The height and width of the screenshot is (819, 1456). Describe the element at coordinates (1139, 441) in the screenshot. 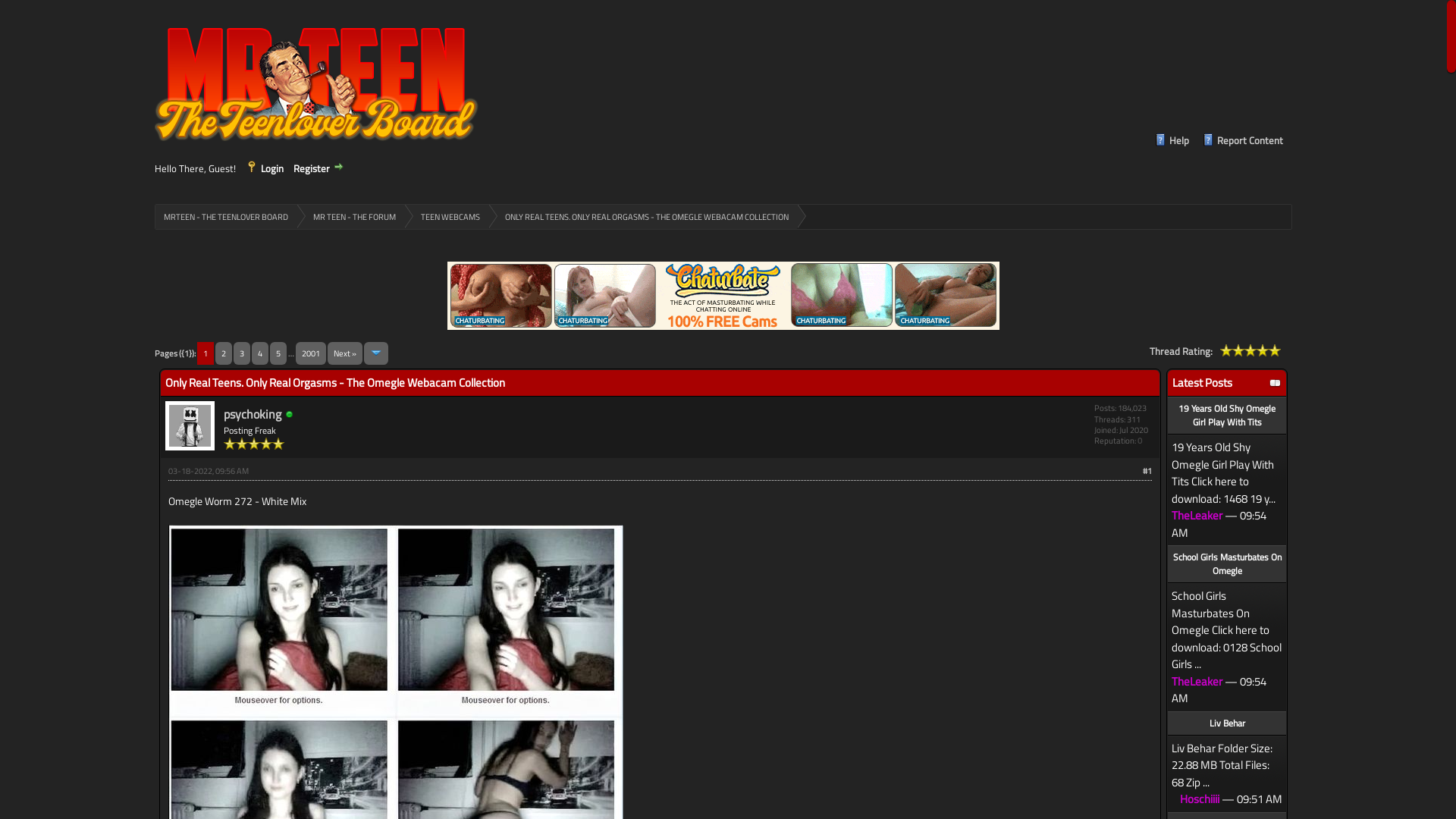

I see `'0'` at that location.